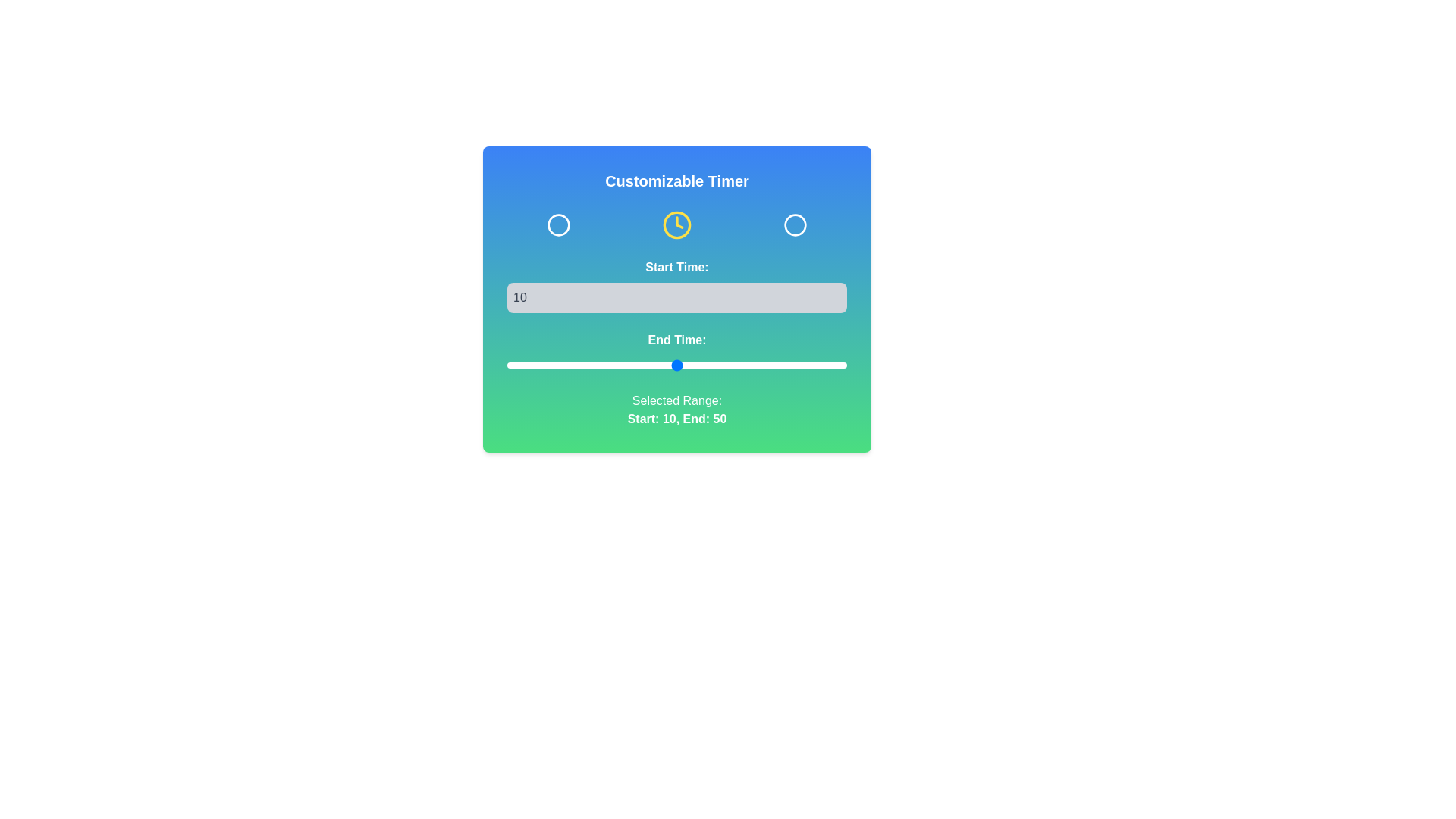  Describe the element at coordinates (676, 225) in the screenshot. I see `the Circular SVG graphic resembling a clock, which has a yellow border and clock hands, located in the upper portion of the interface below the title 'Customizable Timer'` at that location.